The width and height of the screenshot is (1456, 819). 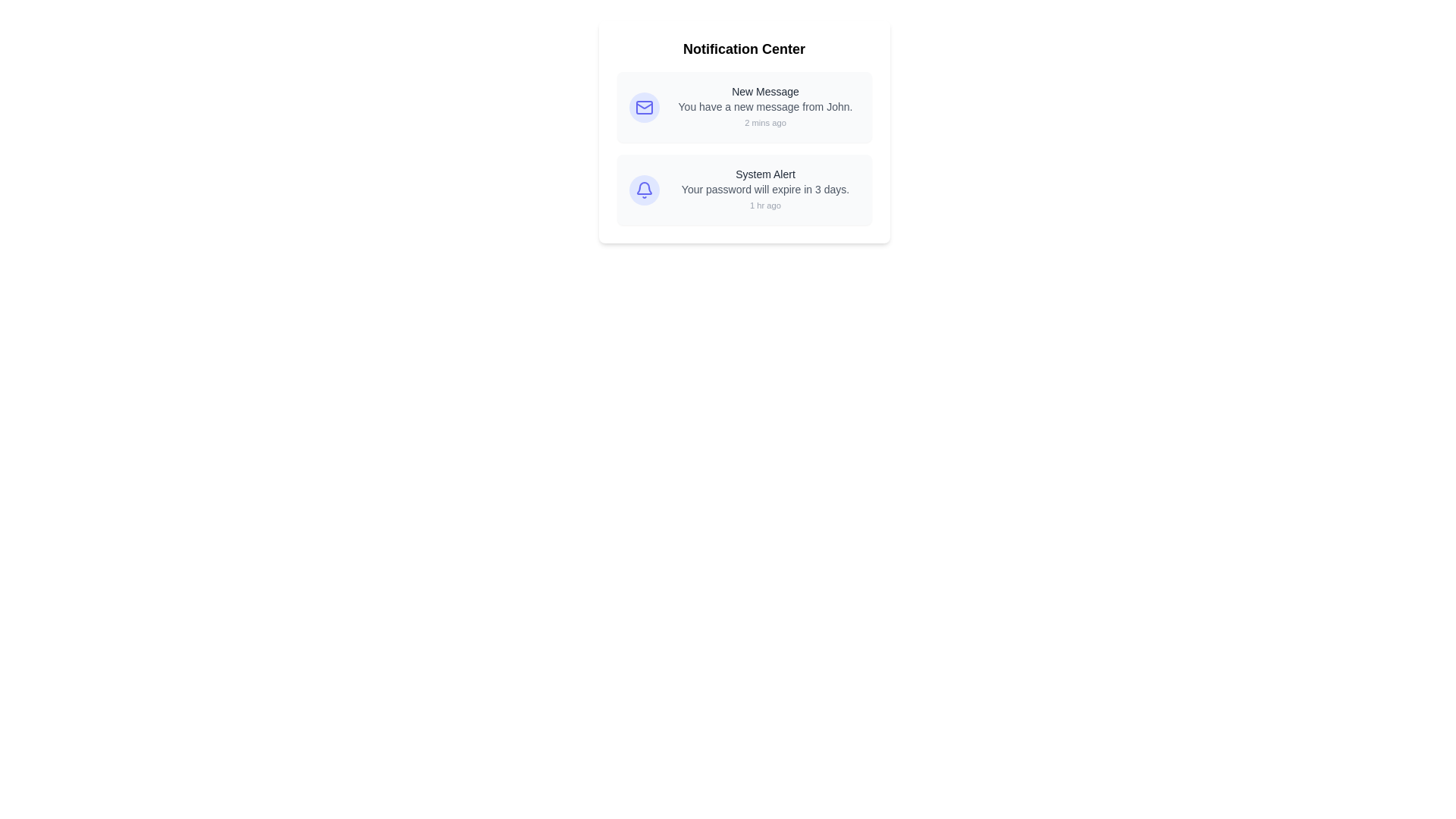 I want to click on text displayed in the bold, large-sized text label saying 'Notification Center', positioned at the top of the notification list interface, so click(x=744, y=49).